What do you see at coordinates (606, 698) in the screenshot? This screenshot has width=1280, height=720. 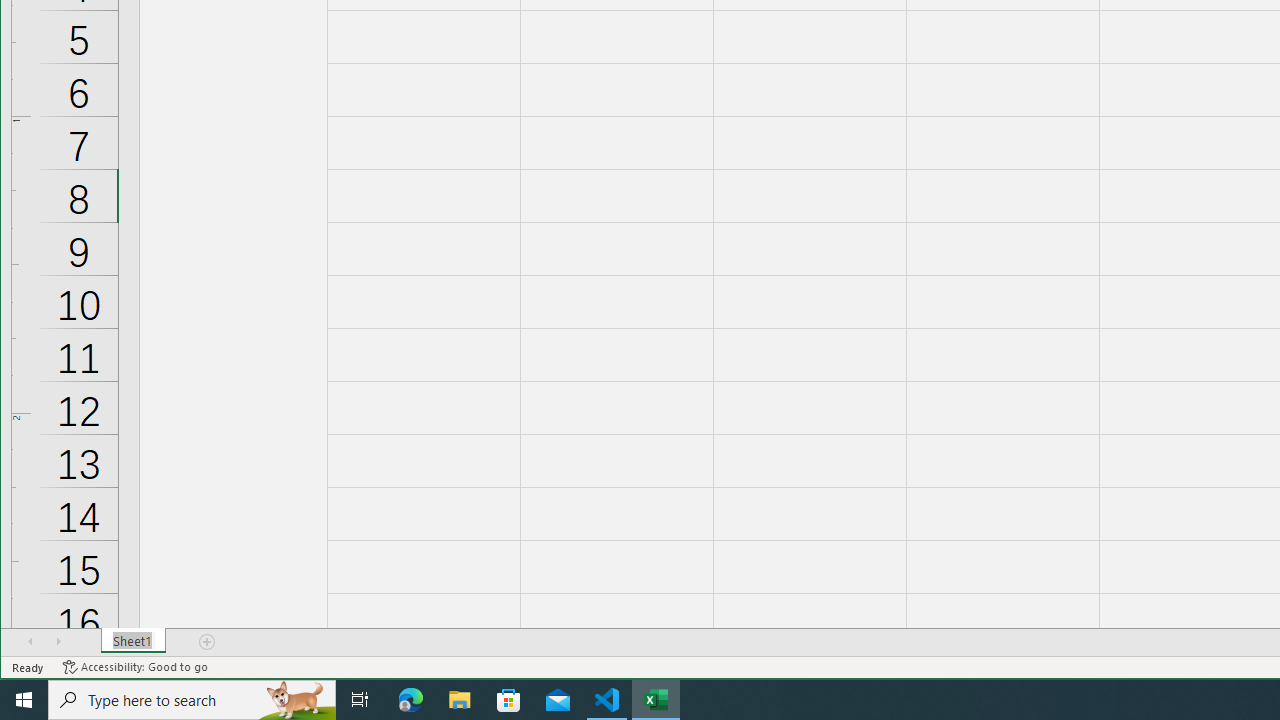 I see `'Visual Studio Code - 1 running window'` at bounding box center [606, 698].